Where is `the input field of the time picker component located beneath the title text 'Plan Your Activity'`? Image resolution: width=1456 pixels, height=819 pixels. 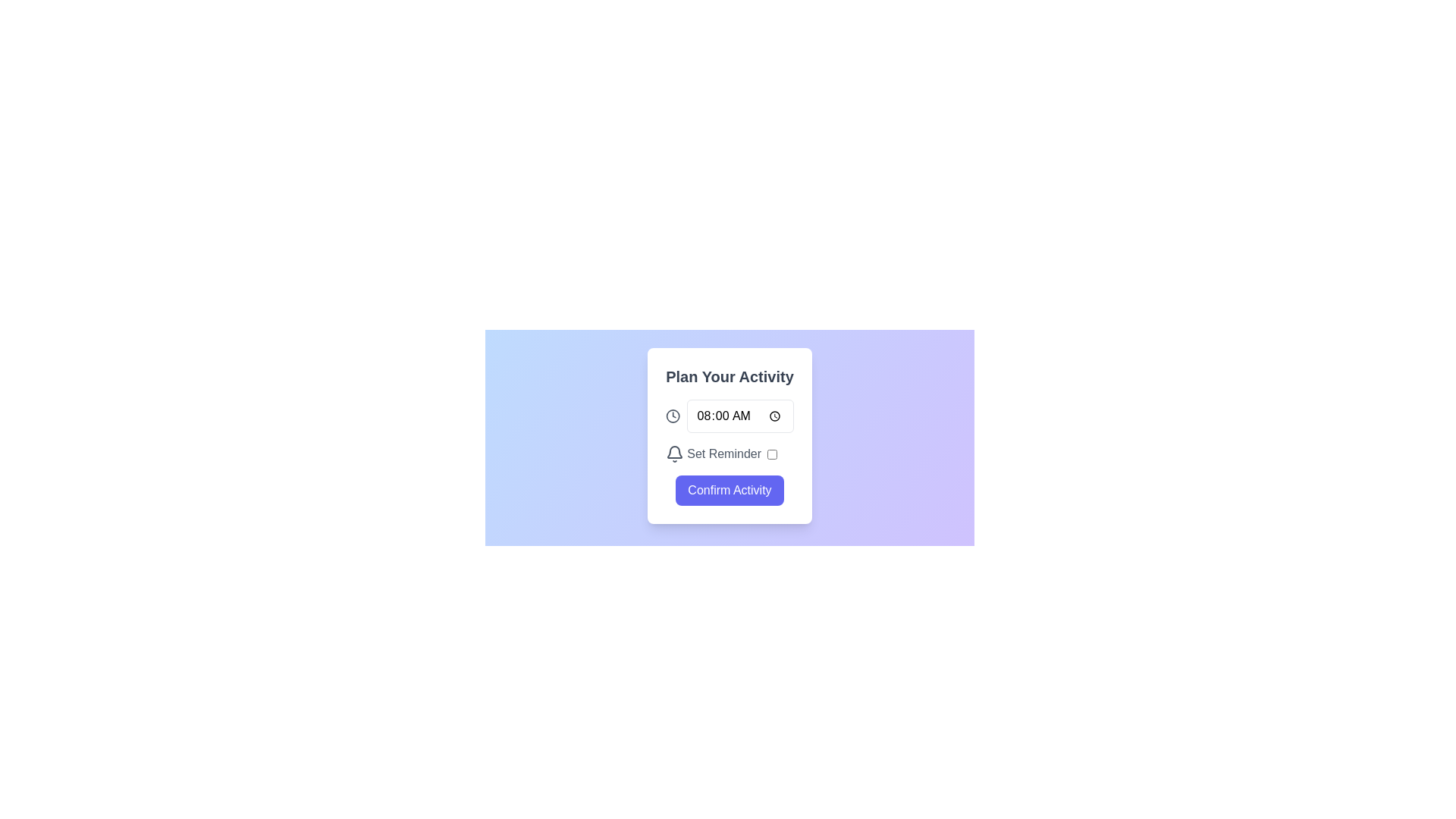 the input field of the time picker component located beneath the title text 'Plan Your Activity' is located at coordinates (730, 416).